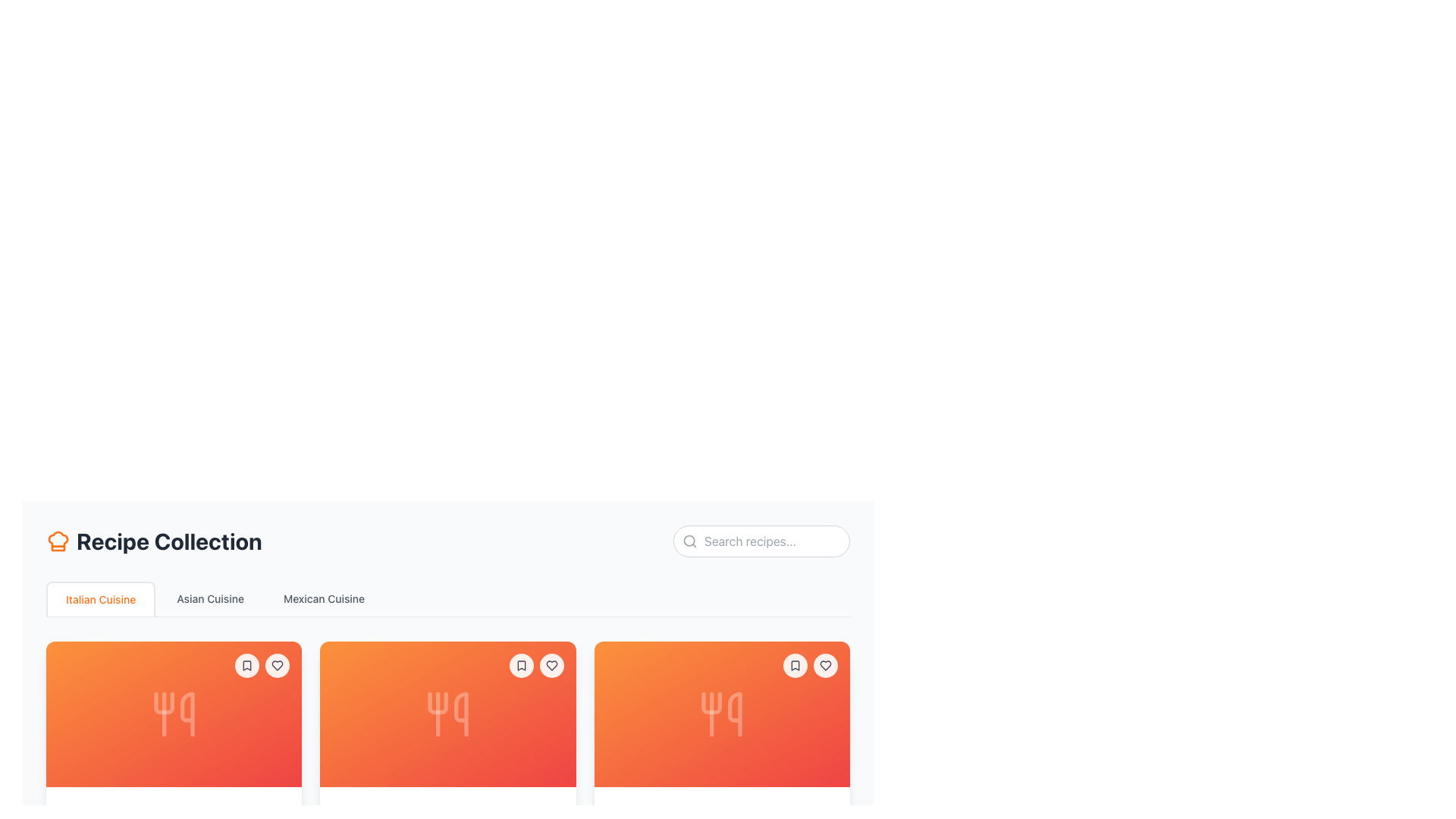 This screenshot has height=819, width=1456. I want to click on the vector graphic component representing a chef's hat, located next to the 'Recipe Collection' text, so click(58, 540).